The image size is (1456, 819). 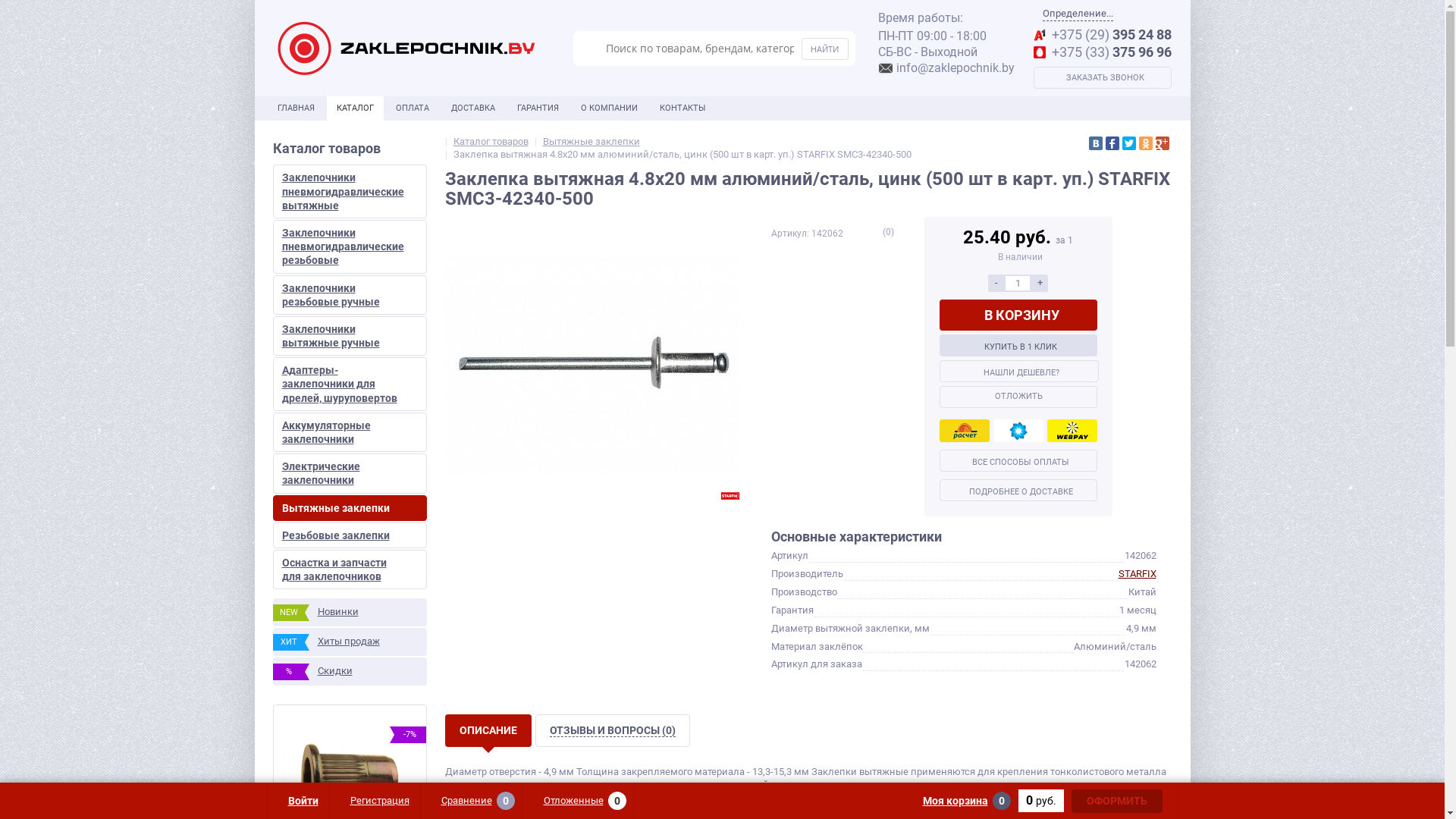 I want to click on '+', so click(x=1039, y=283).